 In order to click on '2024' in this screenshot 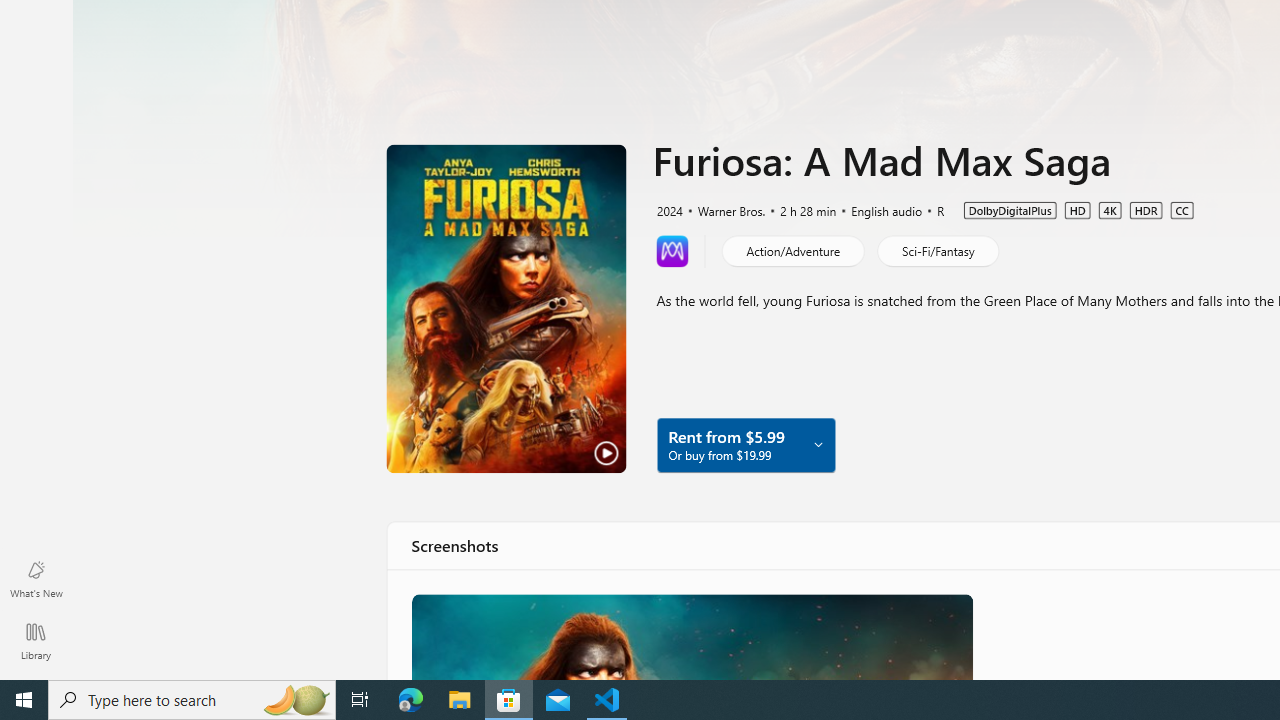, I will do `click(668, 209)`.